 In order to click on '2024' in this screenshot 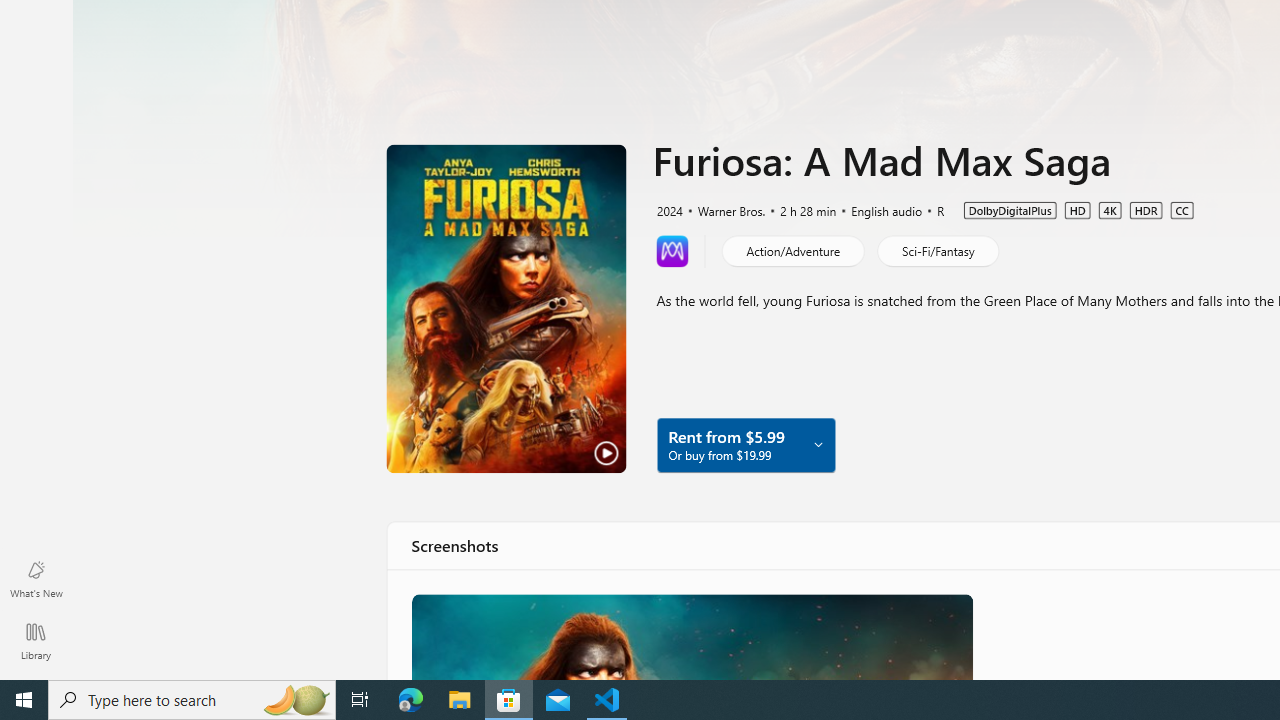, I will do `click(668, 209)`.